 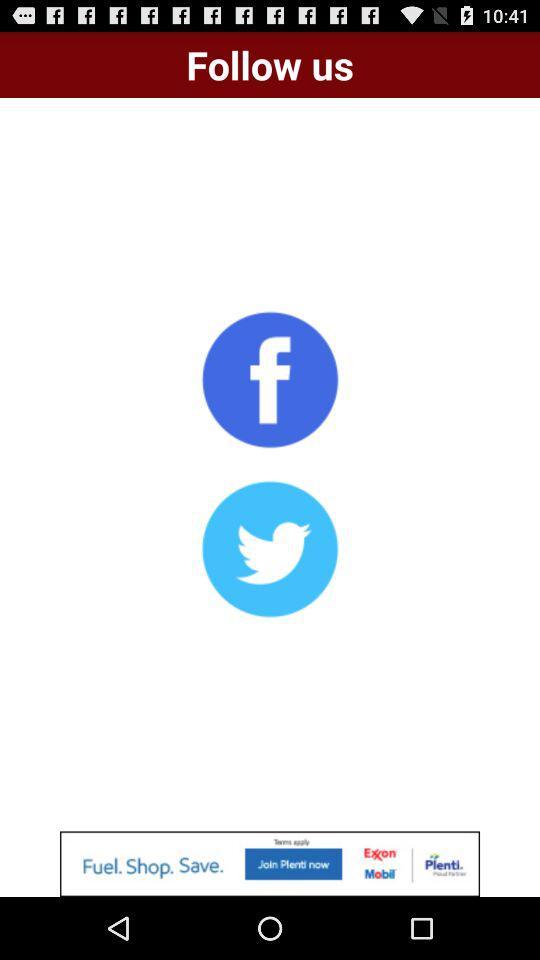 What do you see at coordinates (270, 378) in the screenshot?
I see `click on facebook option` at bounding box center [270, 378].